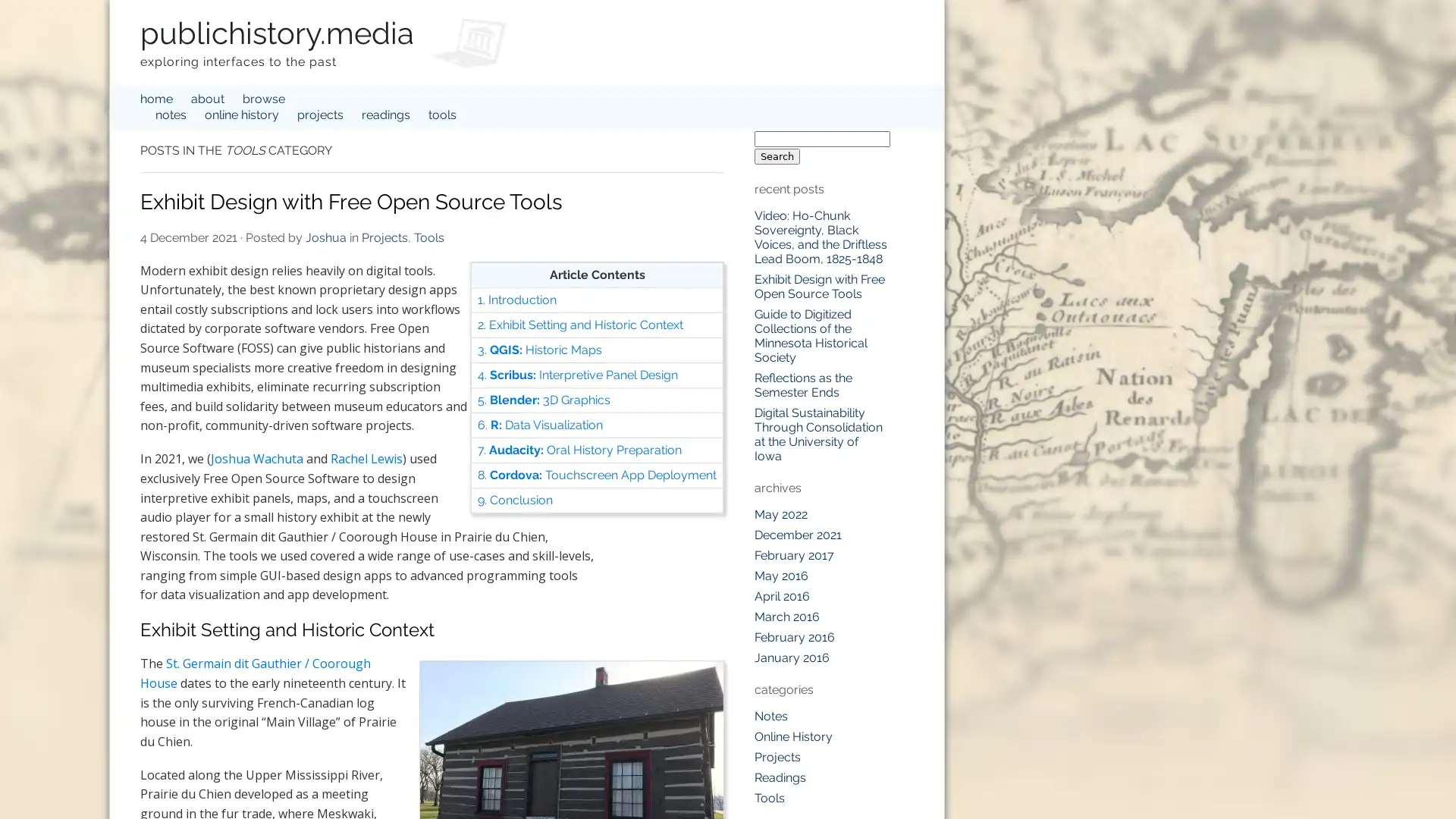  I want to click on Search, so click(777, 156).